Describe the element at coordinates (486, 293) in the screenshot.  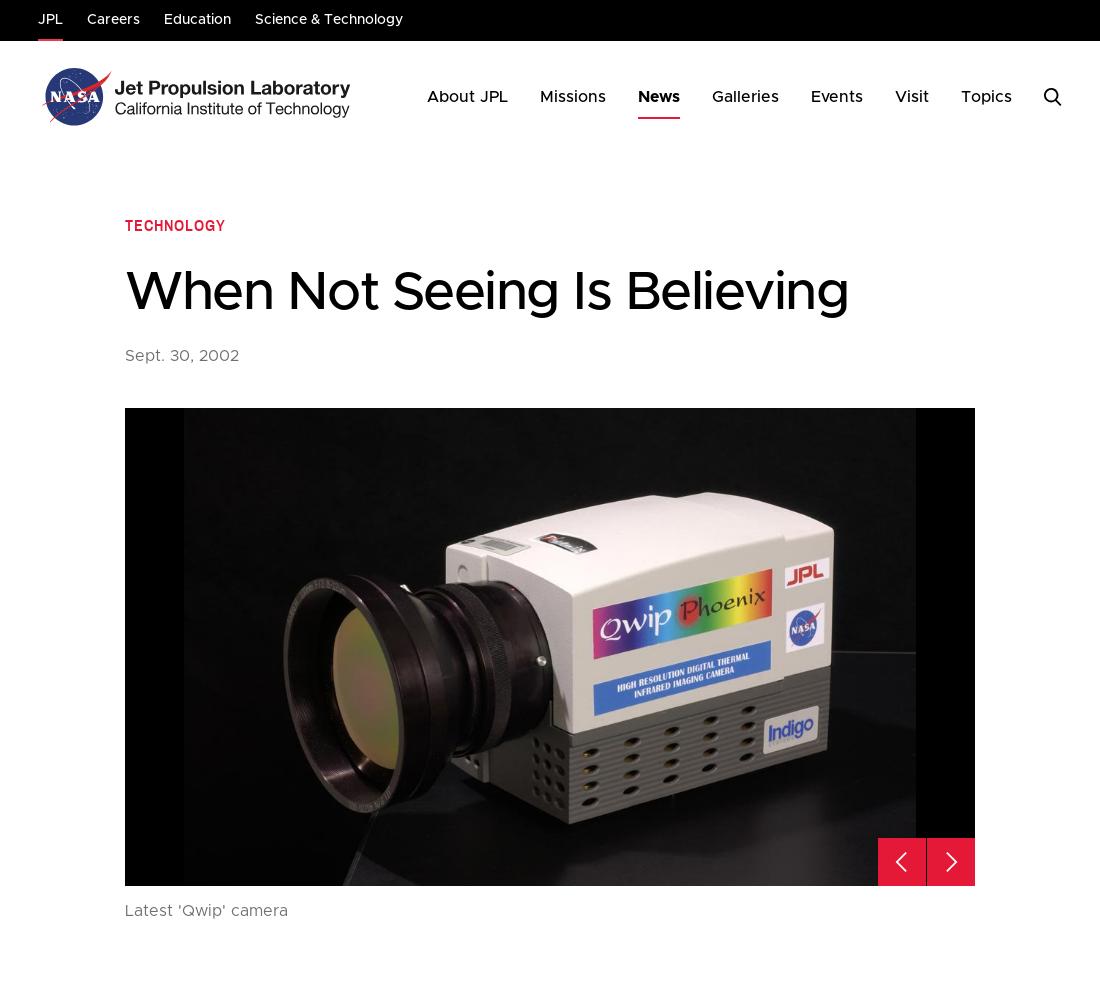
I see `'When Not Seeing Is Believing'` at that location.